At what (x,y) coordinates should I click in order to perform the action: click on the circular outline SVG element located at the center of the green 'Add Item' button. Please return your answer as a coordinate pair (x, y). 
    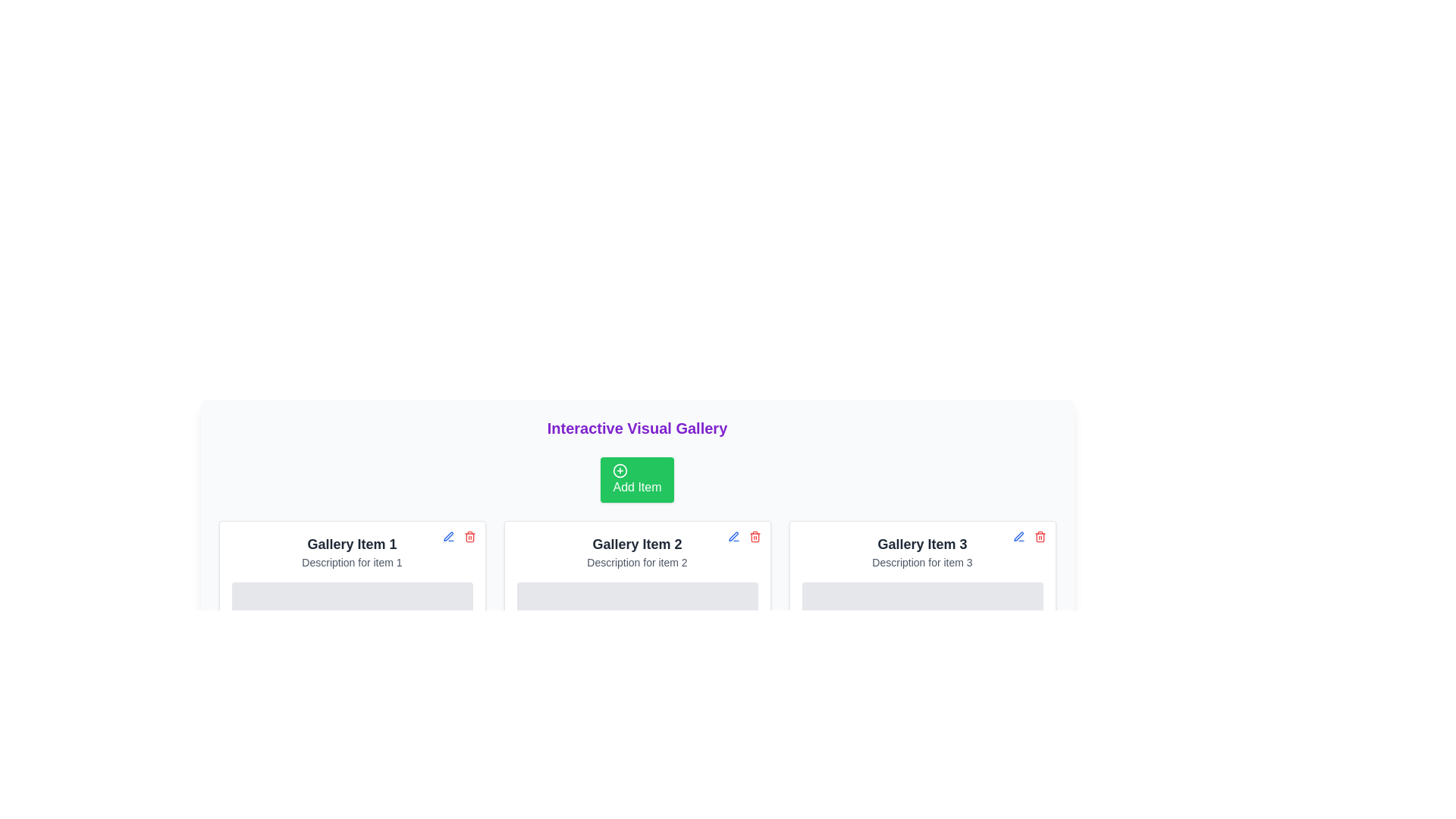
    Looking at the image, I should click on (620, 470).